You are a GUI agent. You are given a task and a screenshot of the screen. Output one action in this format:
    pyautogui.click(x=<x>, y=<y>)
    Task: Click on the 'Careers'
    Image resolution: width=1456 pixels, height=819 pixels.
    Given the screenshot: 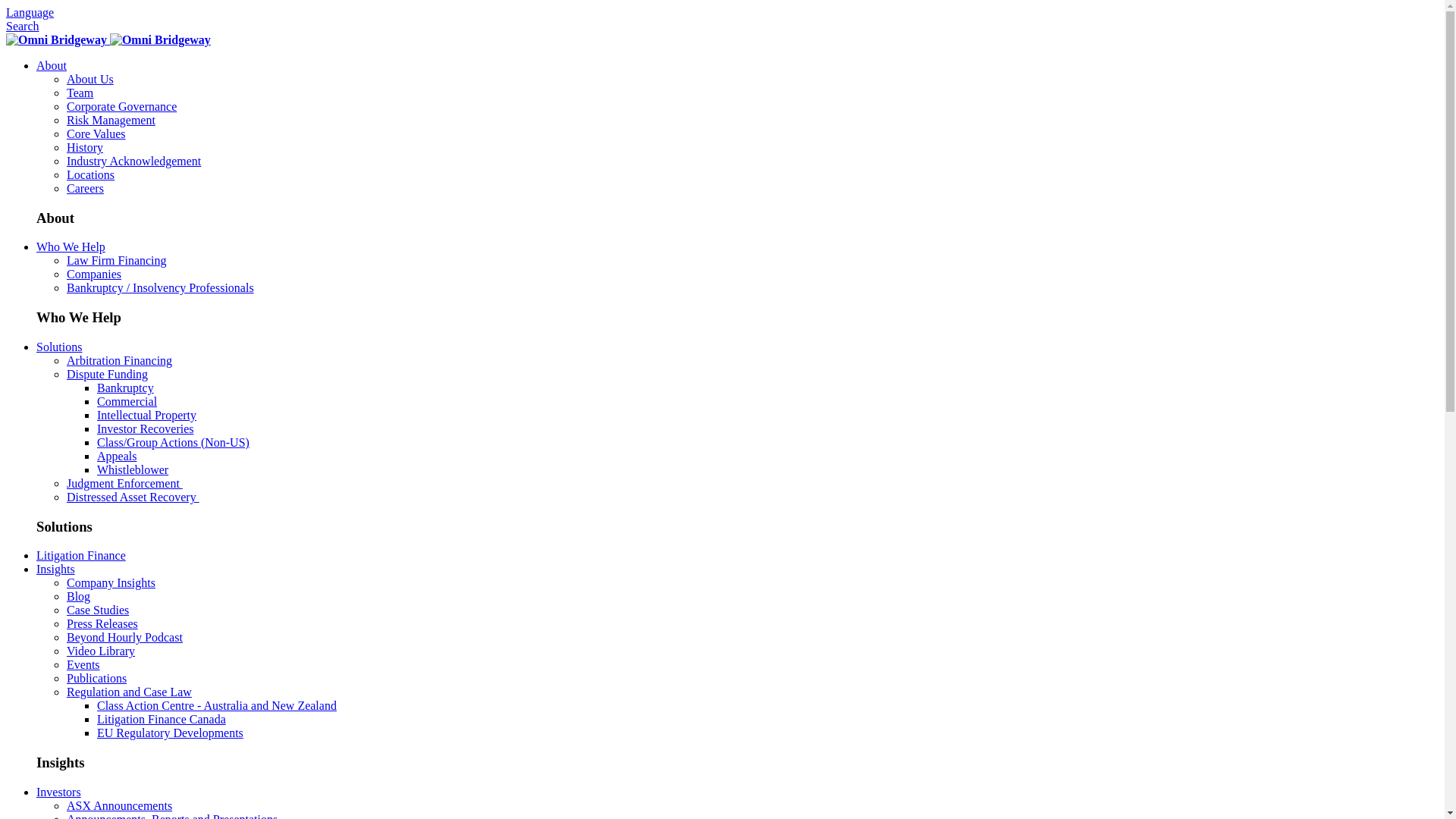 What is the action you would take?
    pyautogui.click(x=65, y=187)
    